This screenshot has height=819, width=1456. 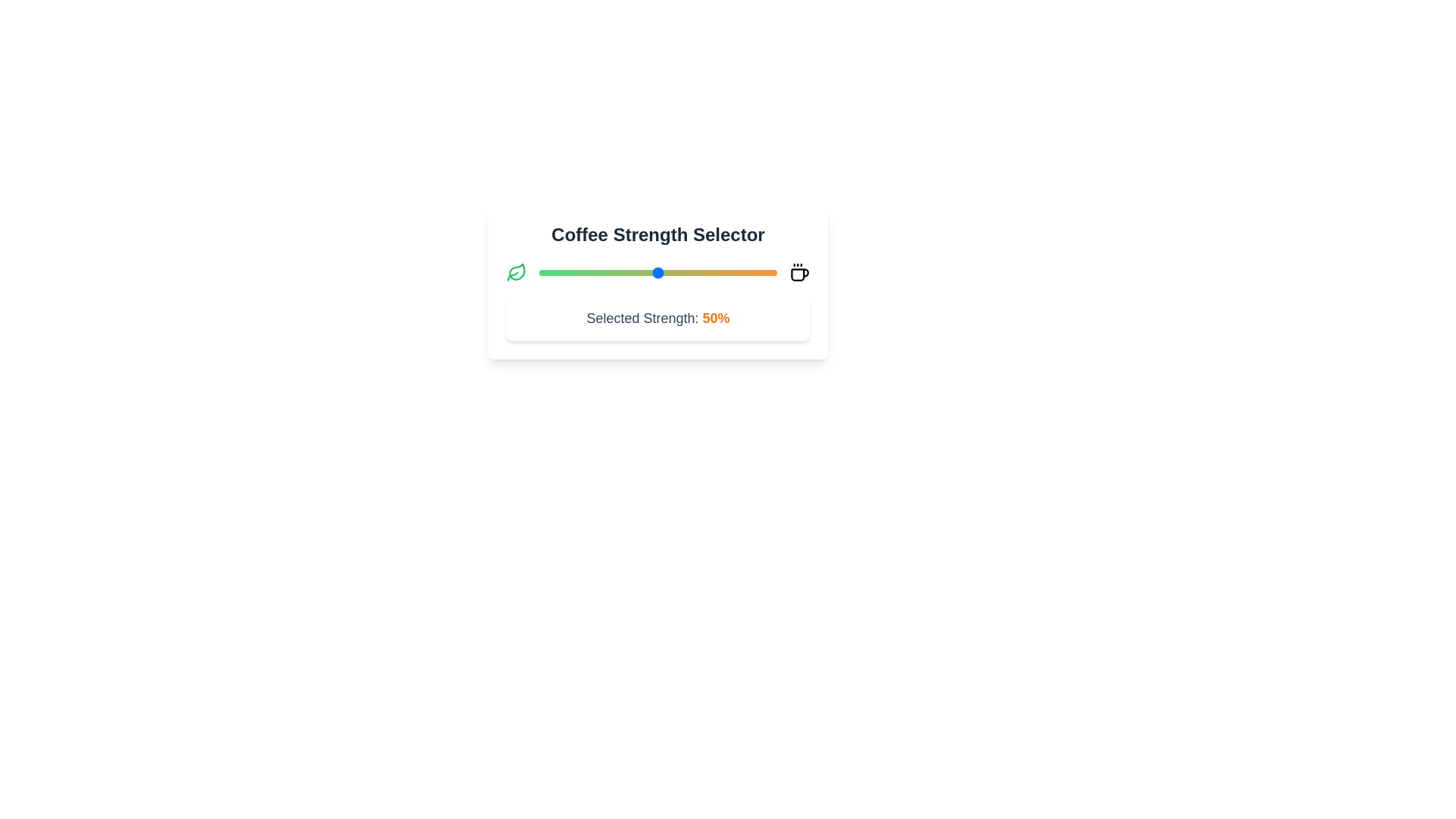 I want to click on the coffee strength slider to 99%, so click(x=774, y=271).